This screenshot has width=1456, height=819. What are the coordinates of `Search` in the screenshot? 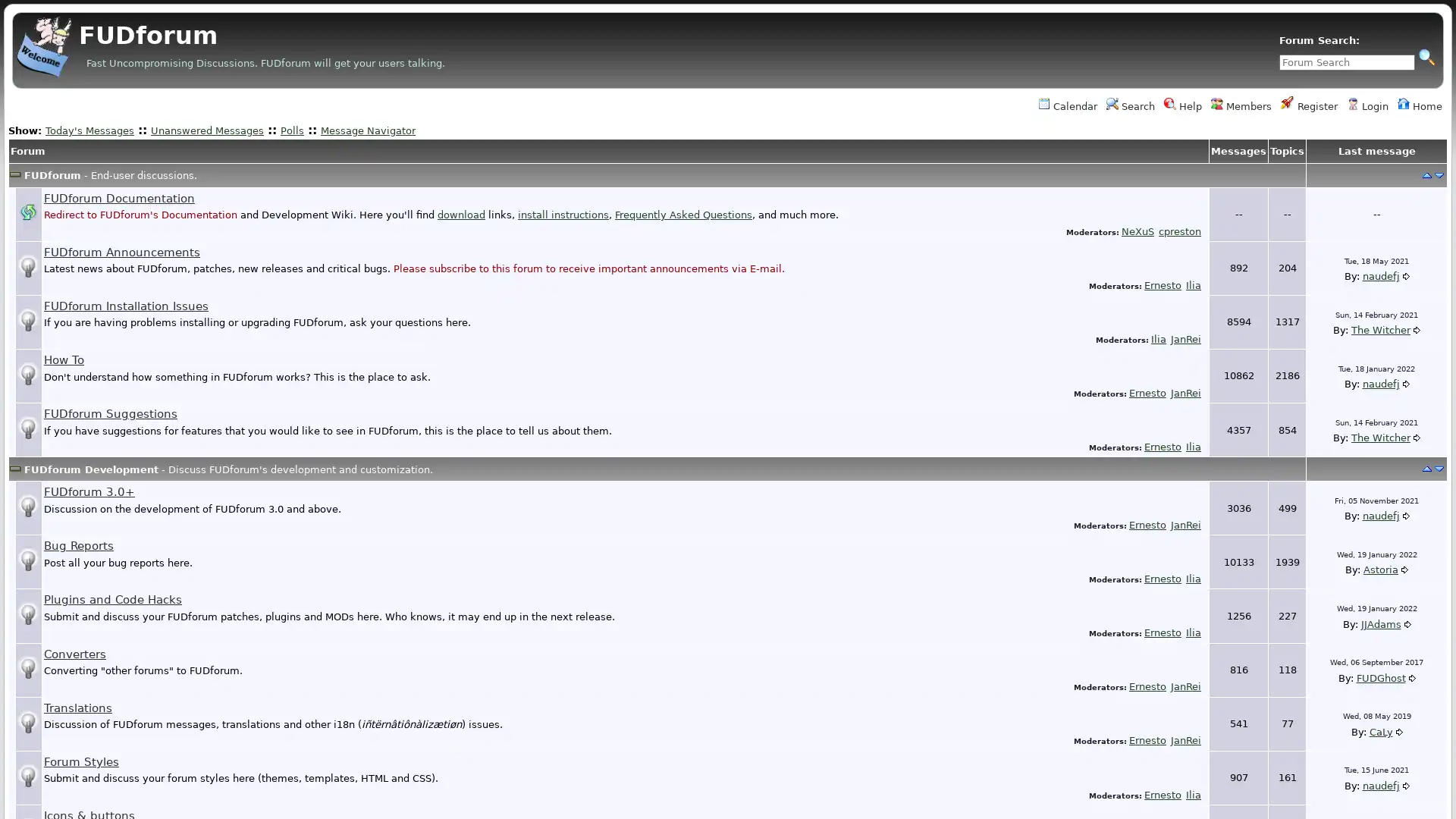 It's located at (1426, 55).